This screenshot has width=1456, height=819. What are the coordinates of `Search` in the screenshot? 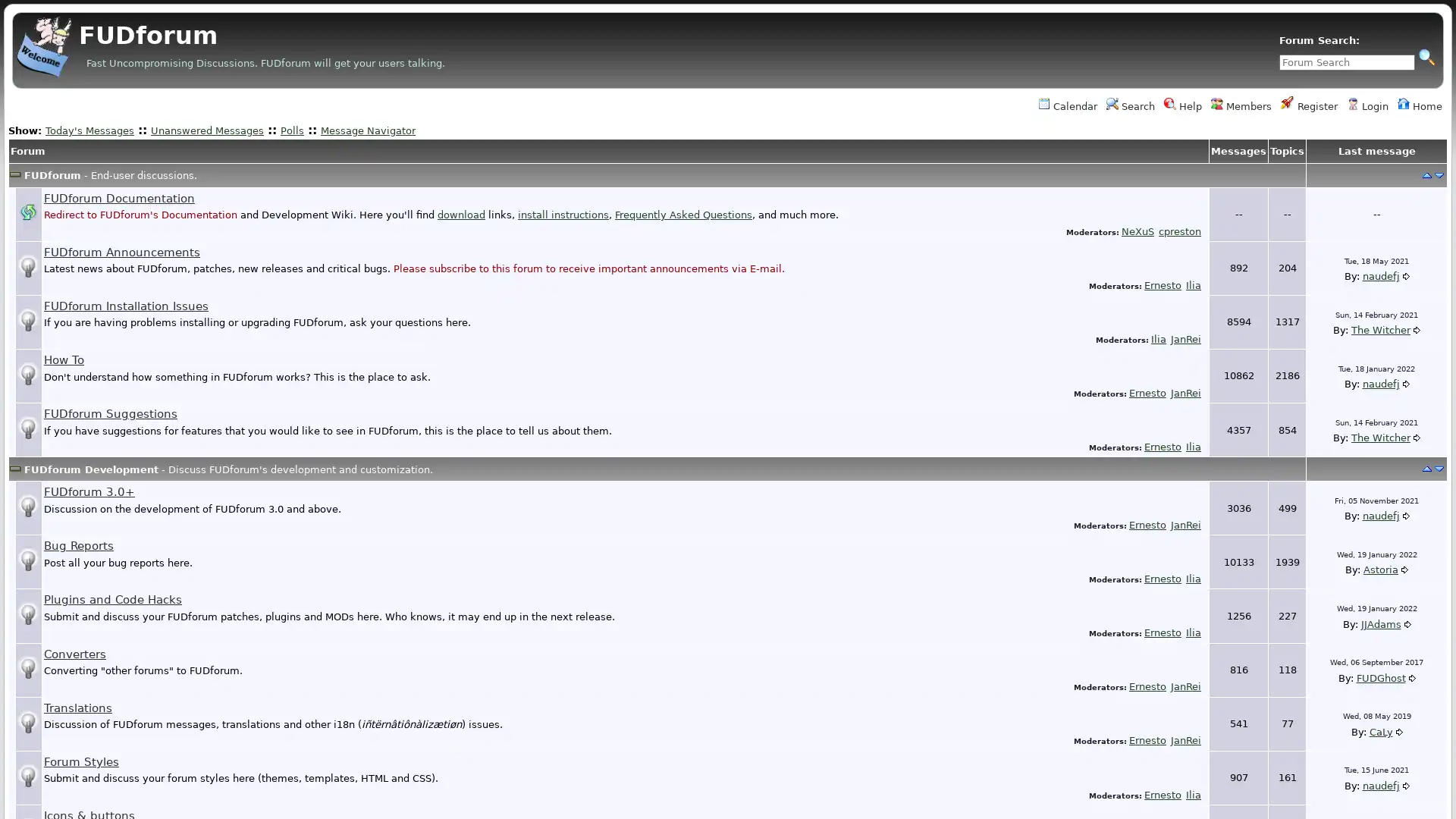 It's located at (1426, 55).